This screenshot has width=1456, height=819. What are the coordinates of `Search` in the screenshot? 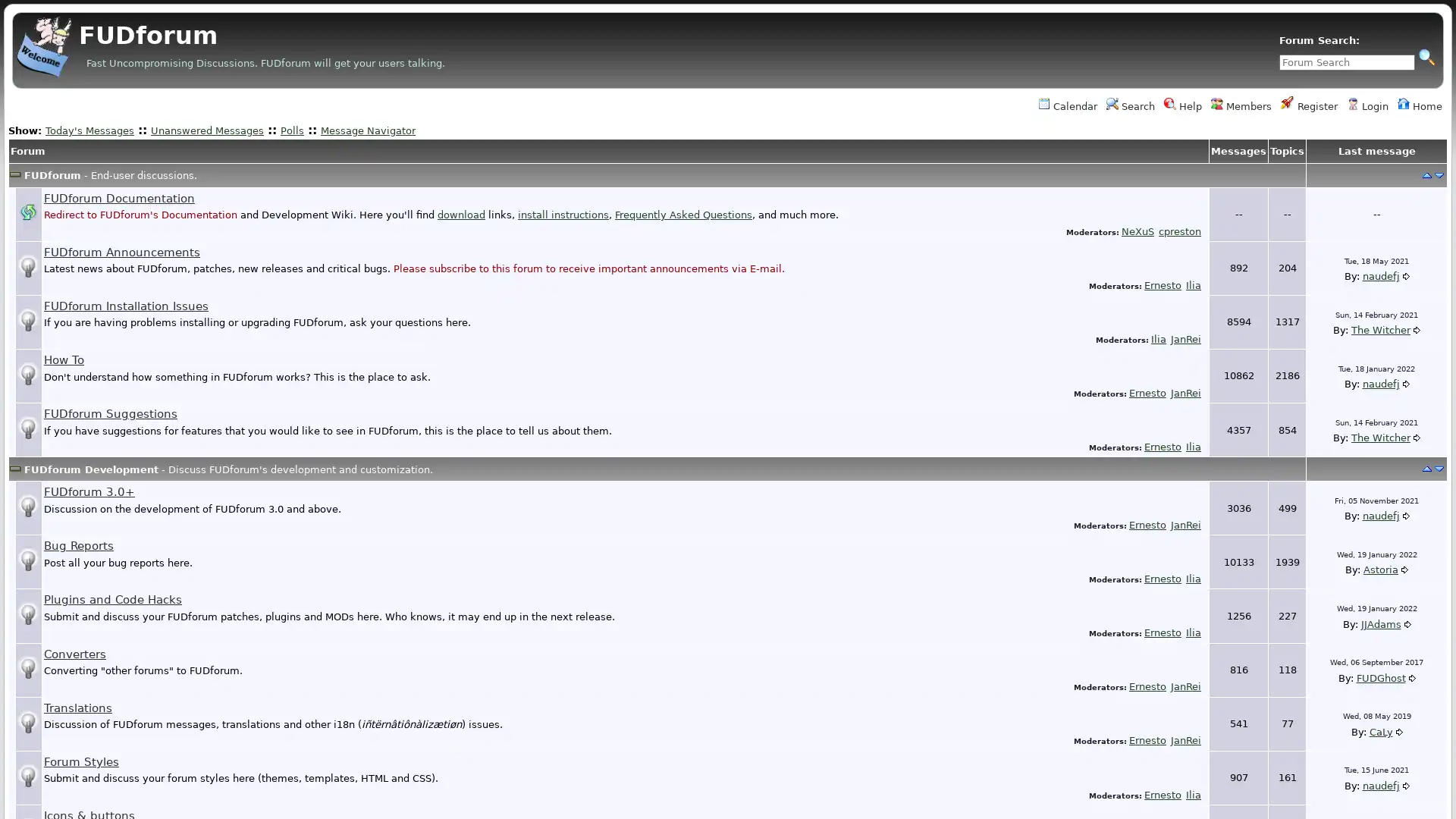 It's located at (1426, 55).